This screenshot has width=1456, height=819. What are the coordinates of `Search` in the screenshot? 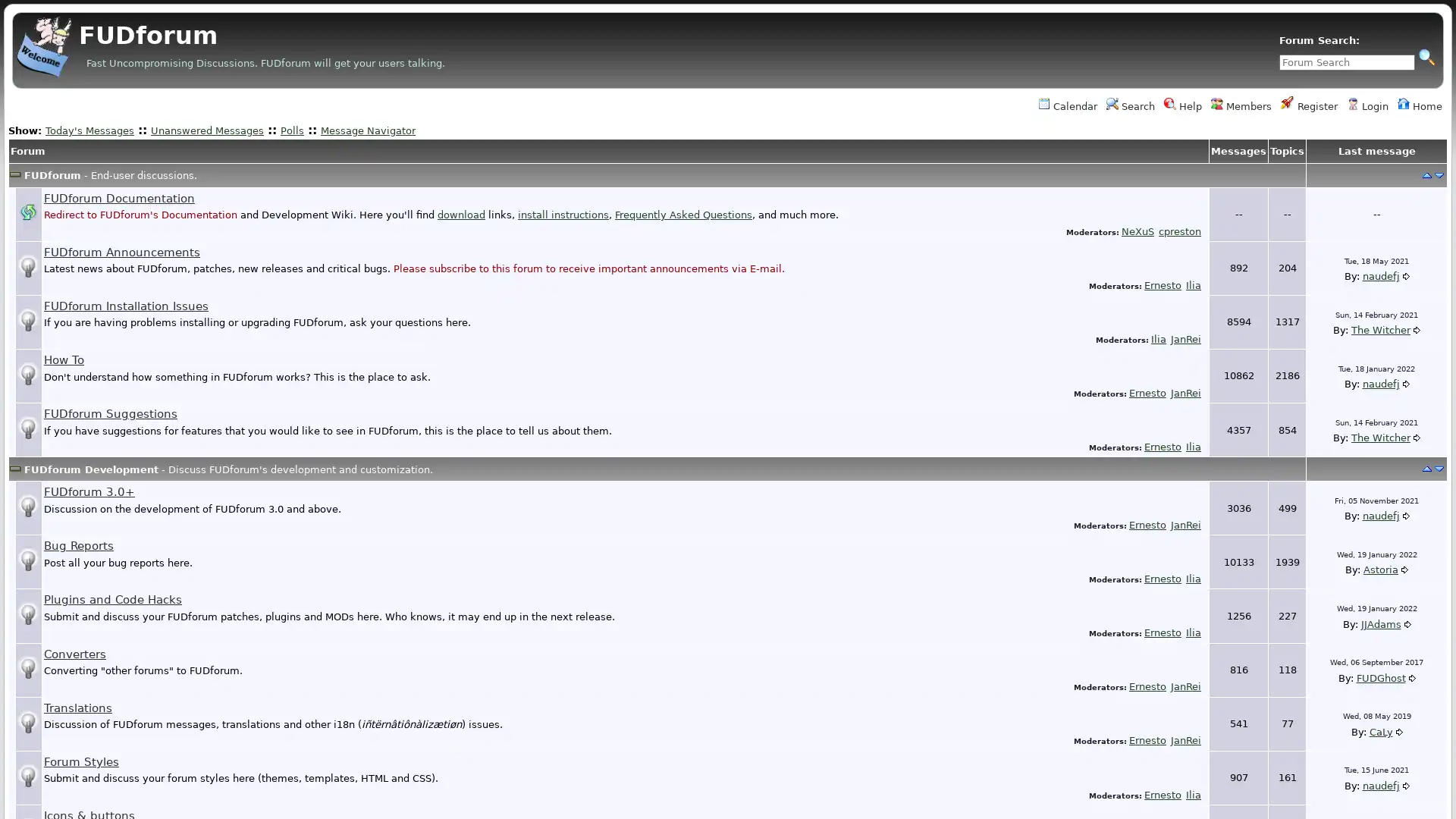 It's located at (1426, 55).